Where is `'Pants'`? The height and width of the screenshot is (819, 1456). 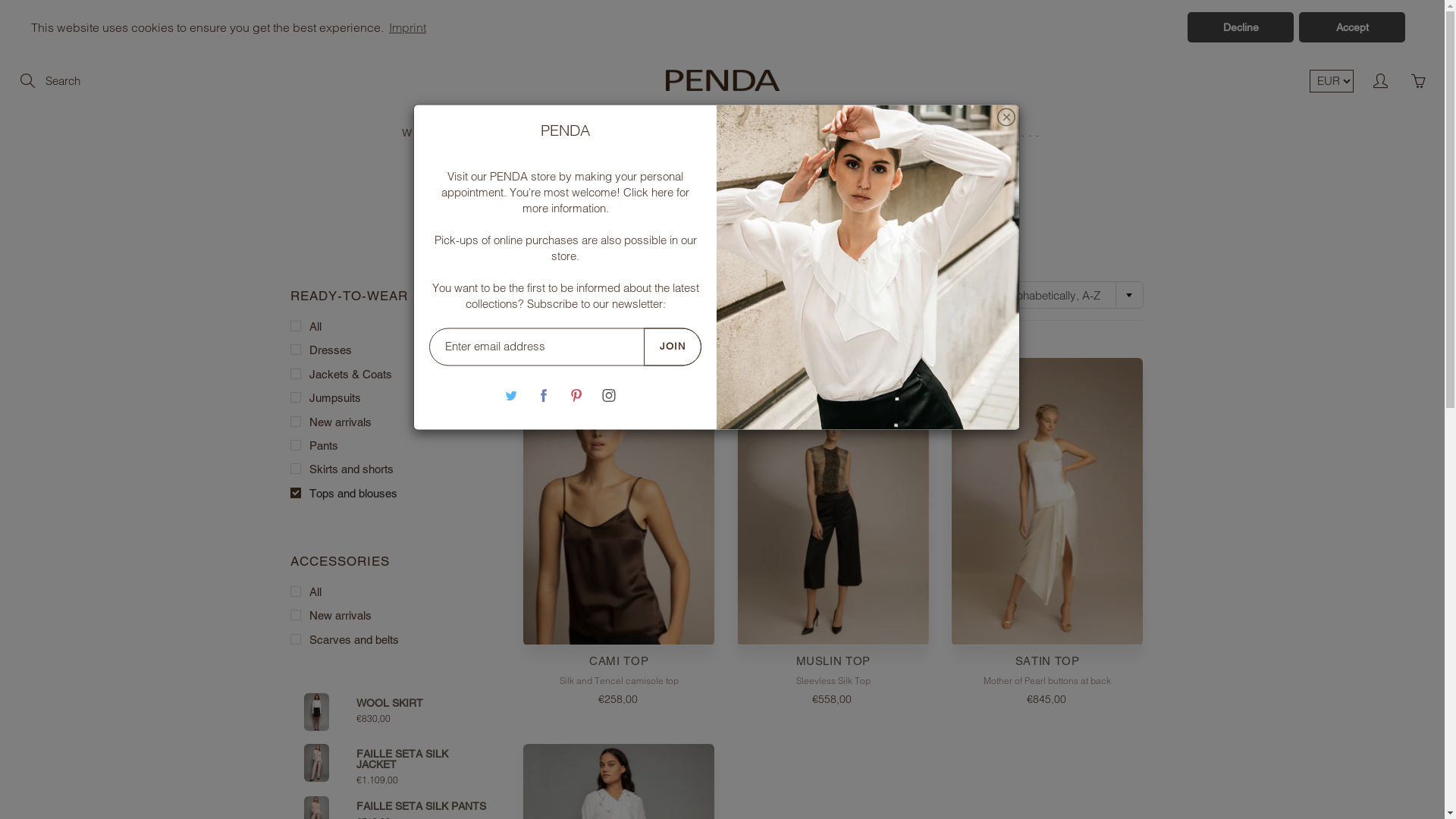 'Pants' is located at coordinates (290, 444).